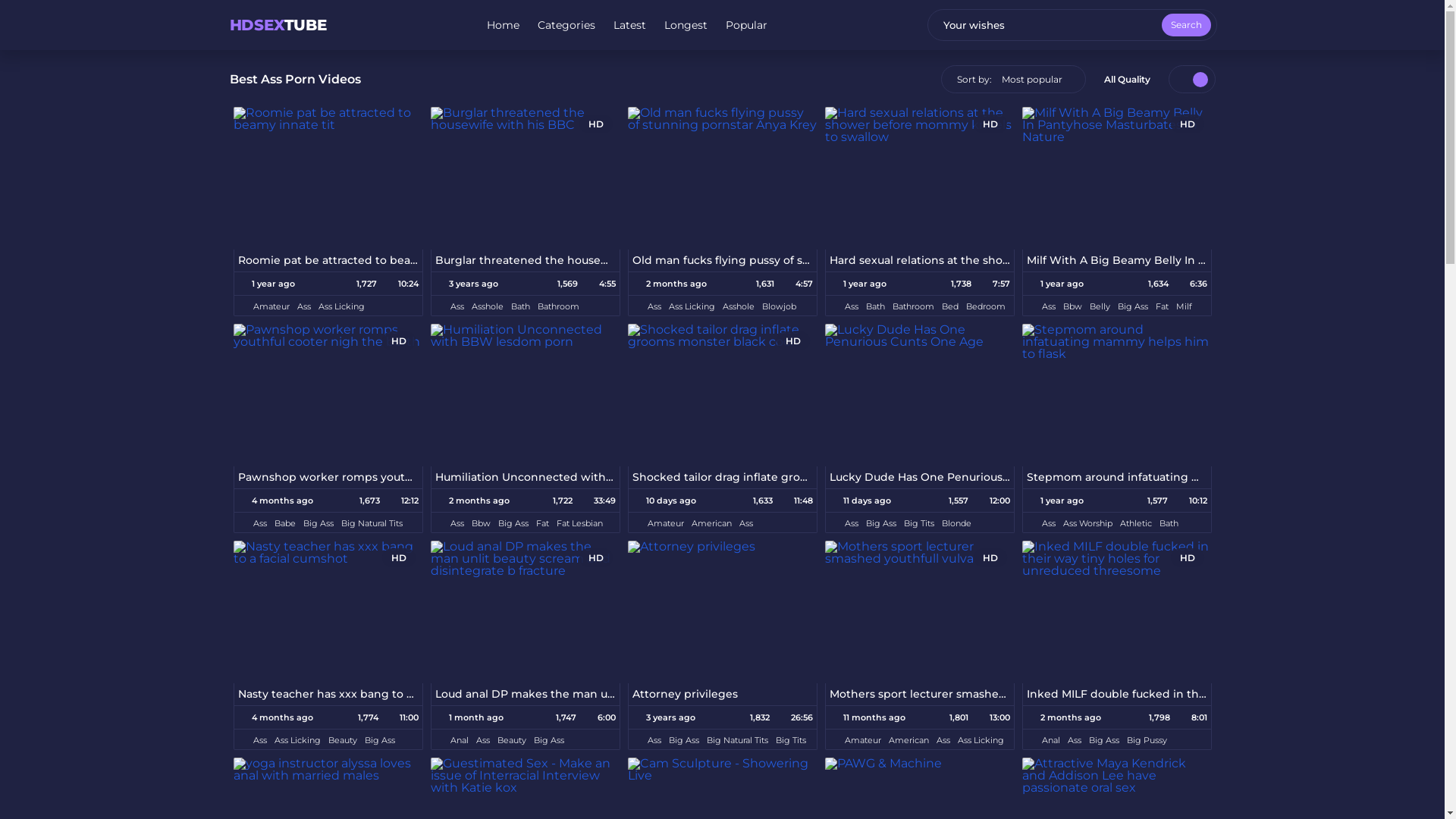 This screenshot has width=1456, height=819. What do you see at coordinates (488, 306) in the screenshot?
I see `'Asshole'` at bounding box center [488, 306].